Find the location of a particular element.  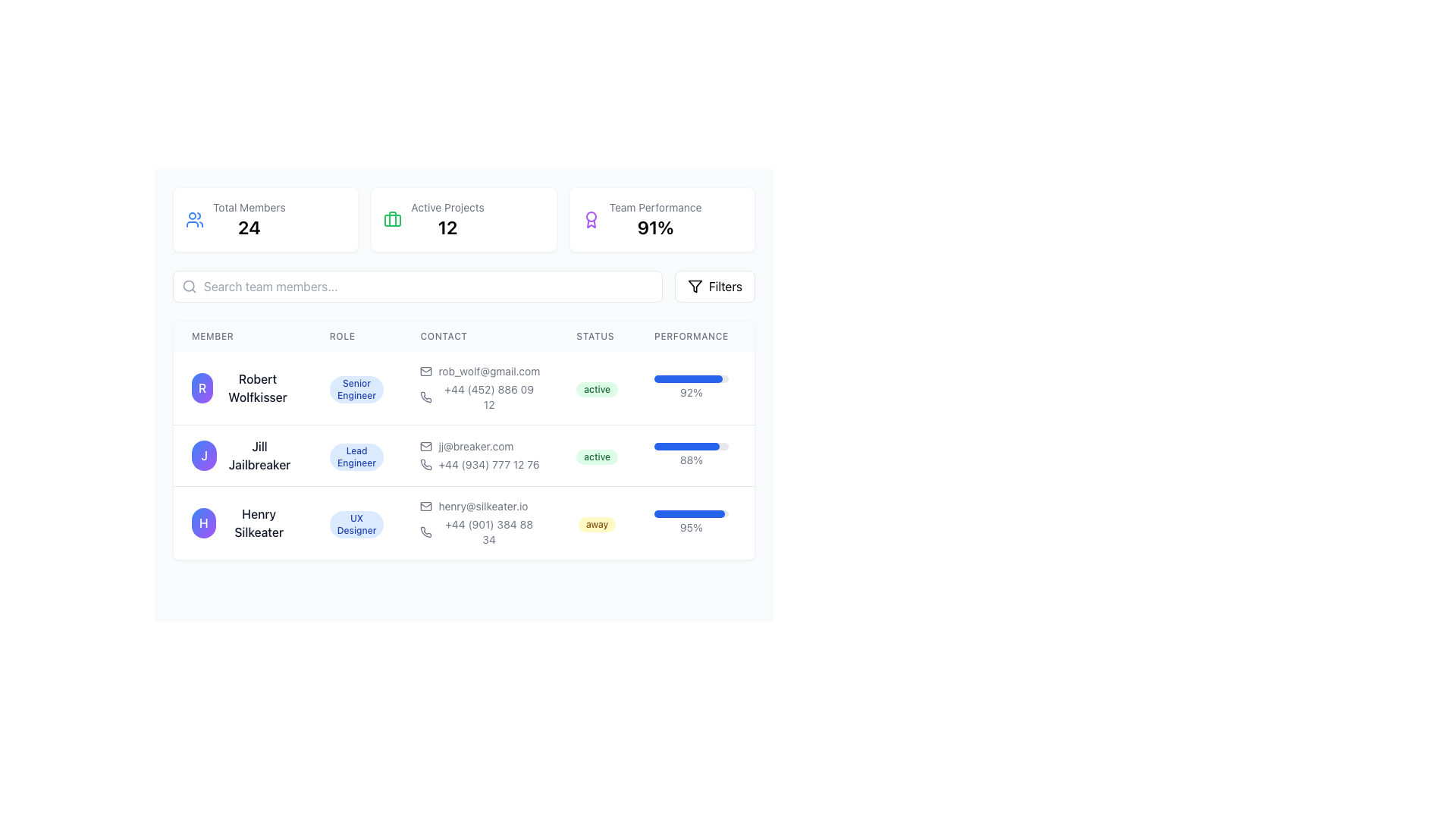

the text label displaying the user's name, which is located in the second row of a team member list, immediately to the right of the circular avatar icon with the letter 'J' is located at coordinates (259, 455).